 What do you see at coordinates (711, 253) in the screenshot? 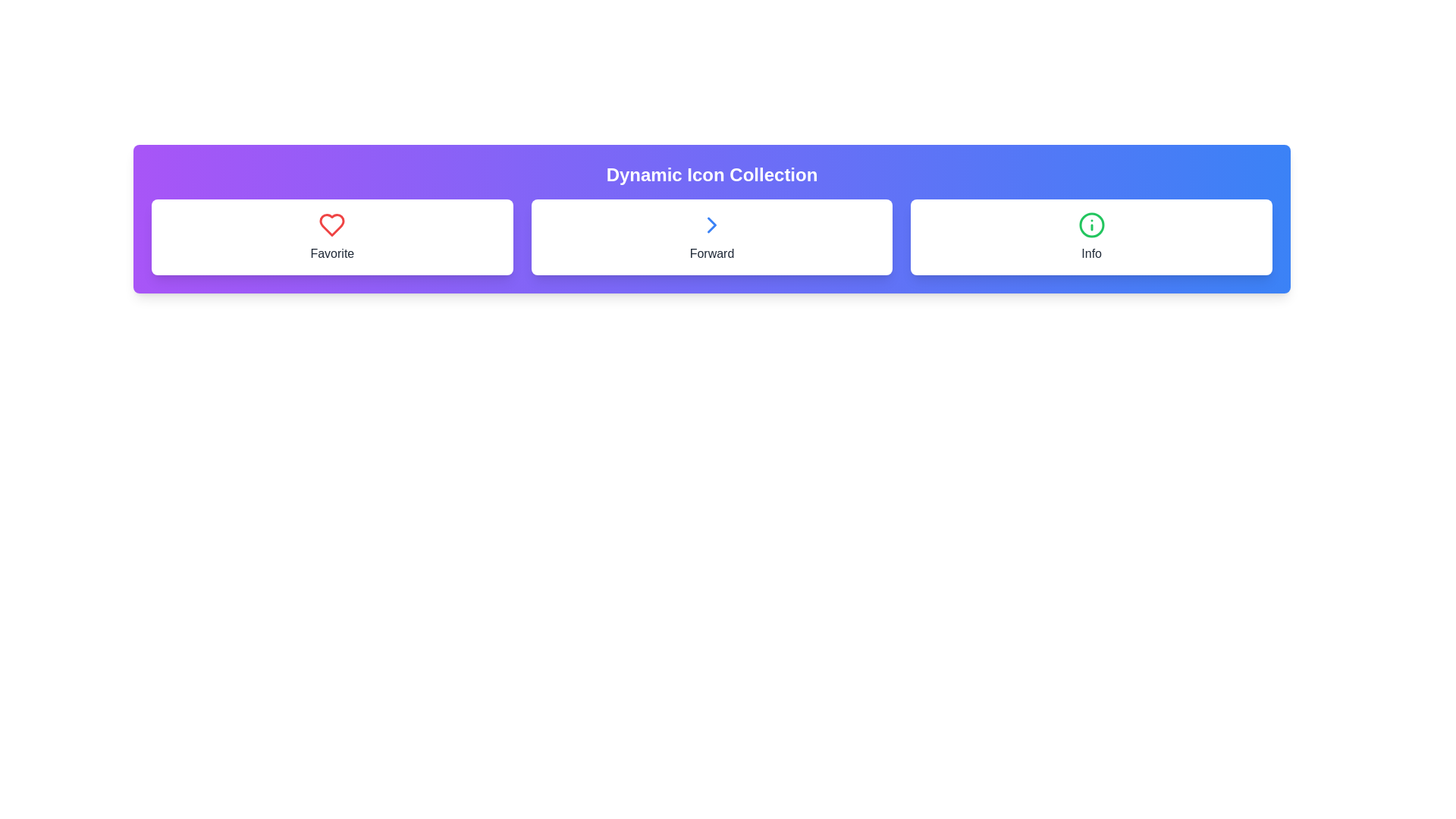
I see `the text label displaying the word 'Forward' in medium font weight and gray color, located below the chevron icon in the 'Forward' card` at bounding box center [711, 253].